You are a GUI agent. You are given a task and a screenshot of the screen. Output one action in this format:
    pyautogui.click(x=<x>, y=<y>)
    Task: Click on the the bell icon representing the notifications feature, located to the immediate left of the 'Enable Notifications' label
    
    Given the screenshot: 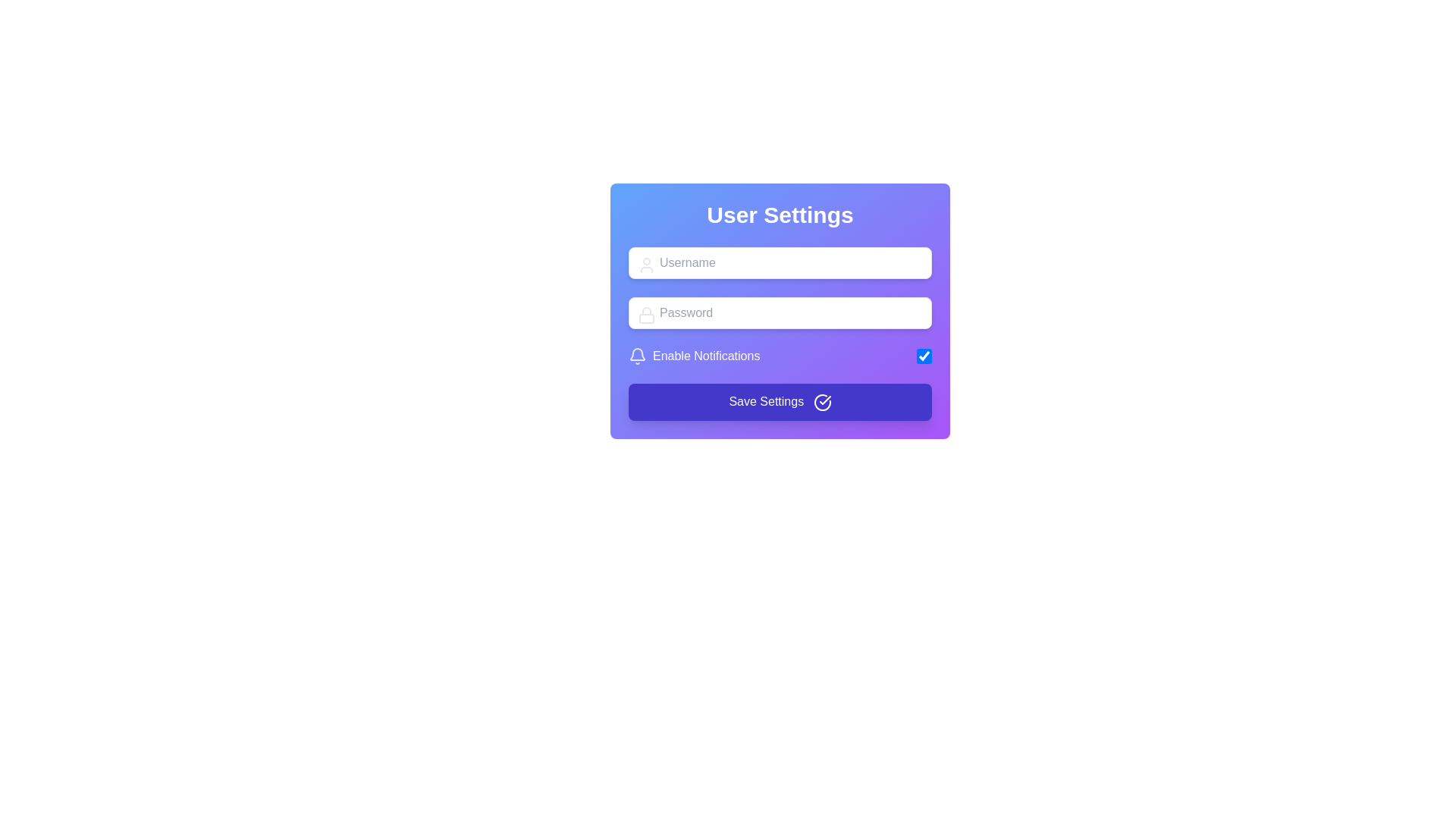 What is the action you would take?
    pyautogui.click(x=637, y=356)
    